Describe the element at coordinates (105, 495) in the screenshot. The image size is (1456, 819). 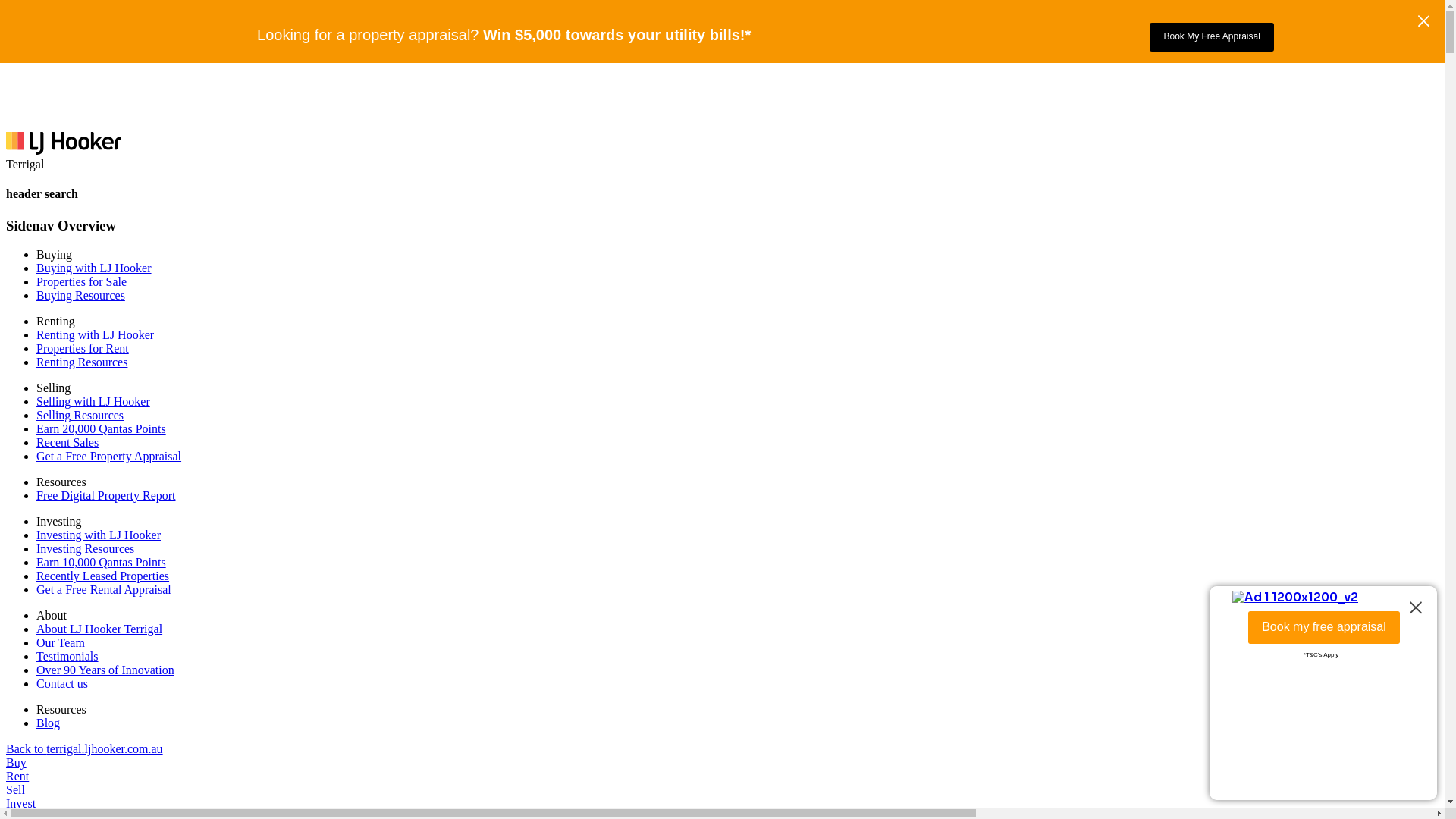
I see `'Free Digital Property Report'` at that location.